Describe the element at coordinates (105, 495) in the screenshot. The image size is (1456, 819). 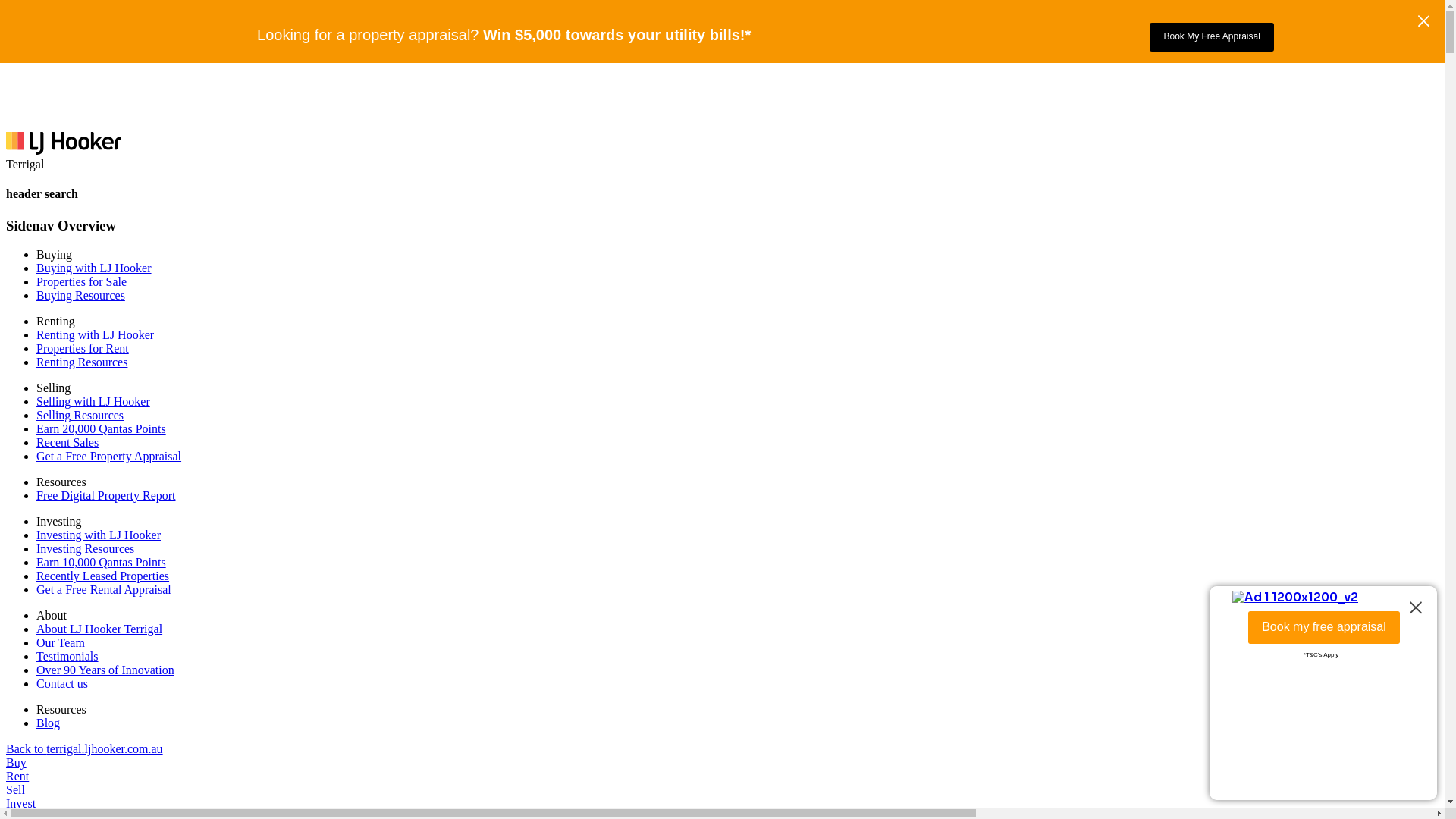
I see `'Free Digital Property Report'` at that location.